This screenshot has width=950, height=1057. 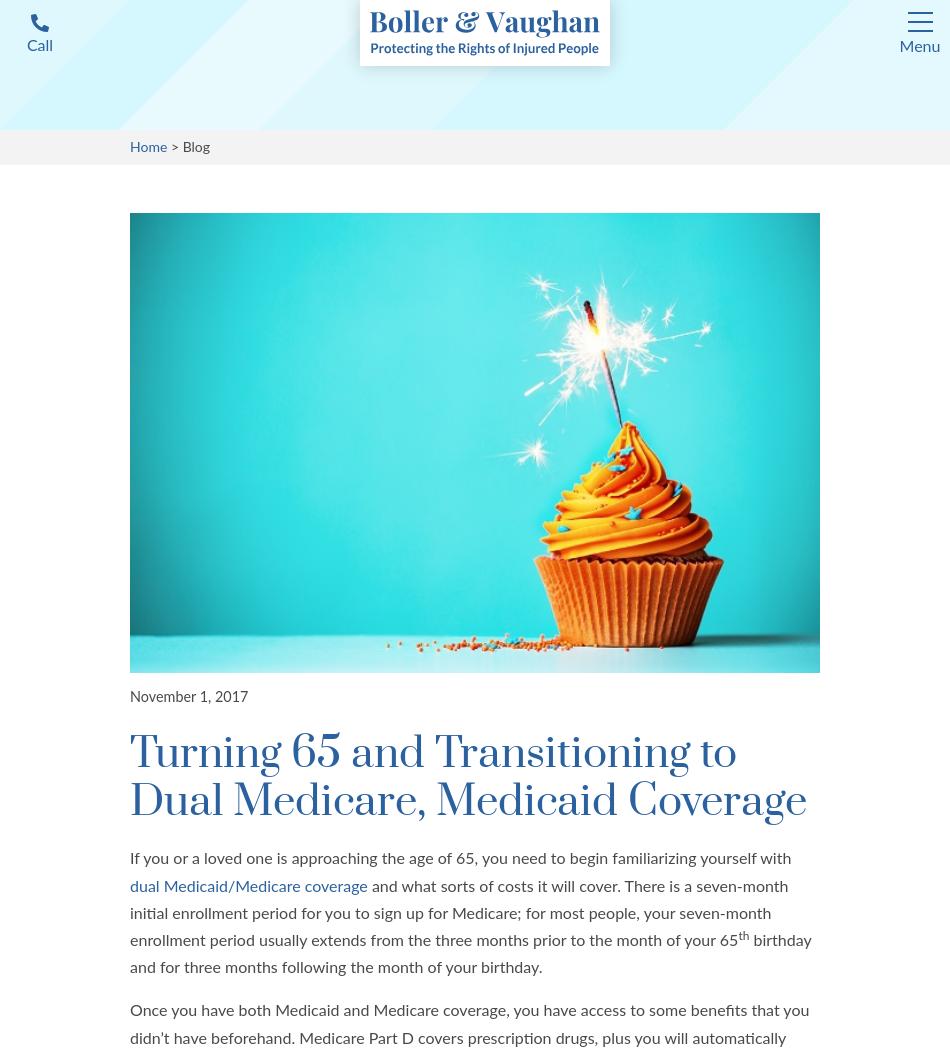 What do you see at coordinates (459, 858) in the screenshot?
I see `'If you or a loved one is approaching the age of 65, you need to begin familiarizing yourself with'` at bounding box center [459, 858].